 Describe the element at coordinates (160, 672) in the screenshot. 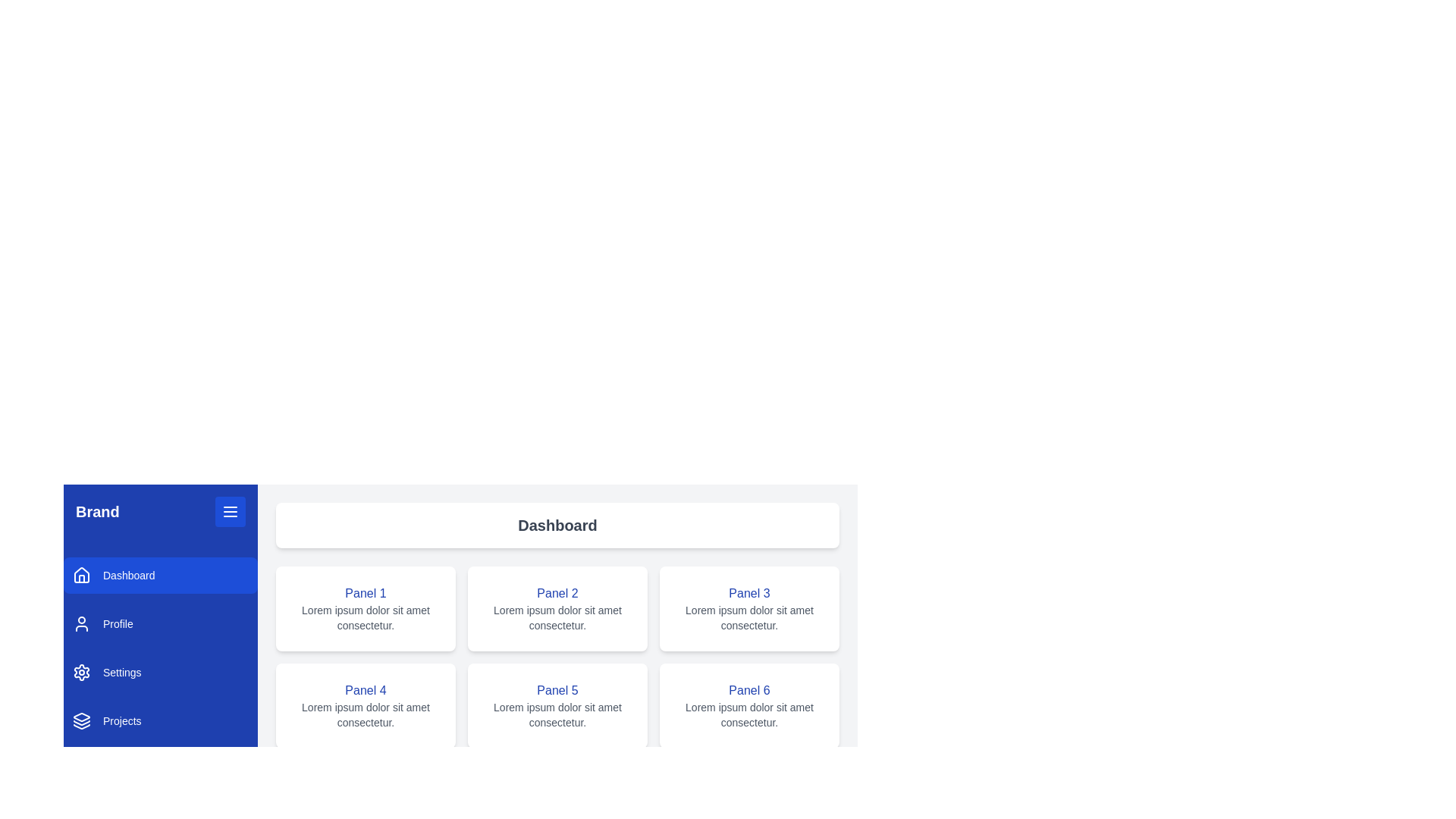

I see `the 'Settings' menu item, which is the third item in the vertical blue sidebar` at that location.